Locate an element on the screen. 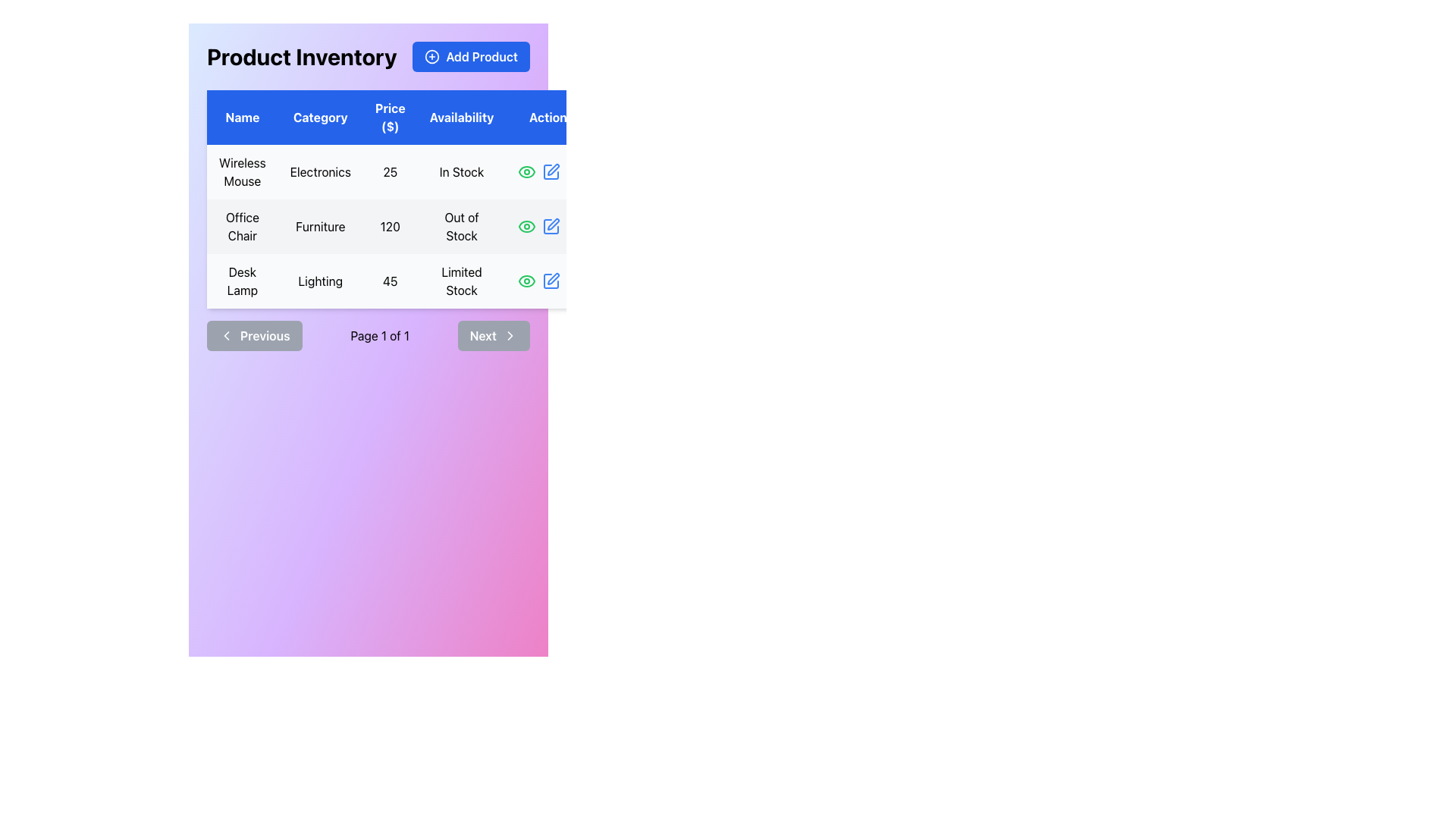  the text label 'Furniture' located in the second row of the 'Category' column in the product inventory table is located at coordinates (319, 227).